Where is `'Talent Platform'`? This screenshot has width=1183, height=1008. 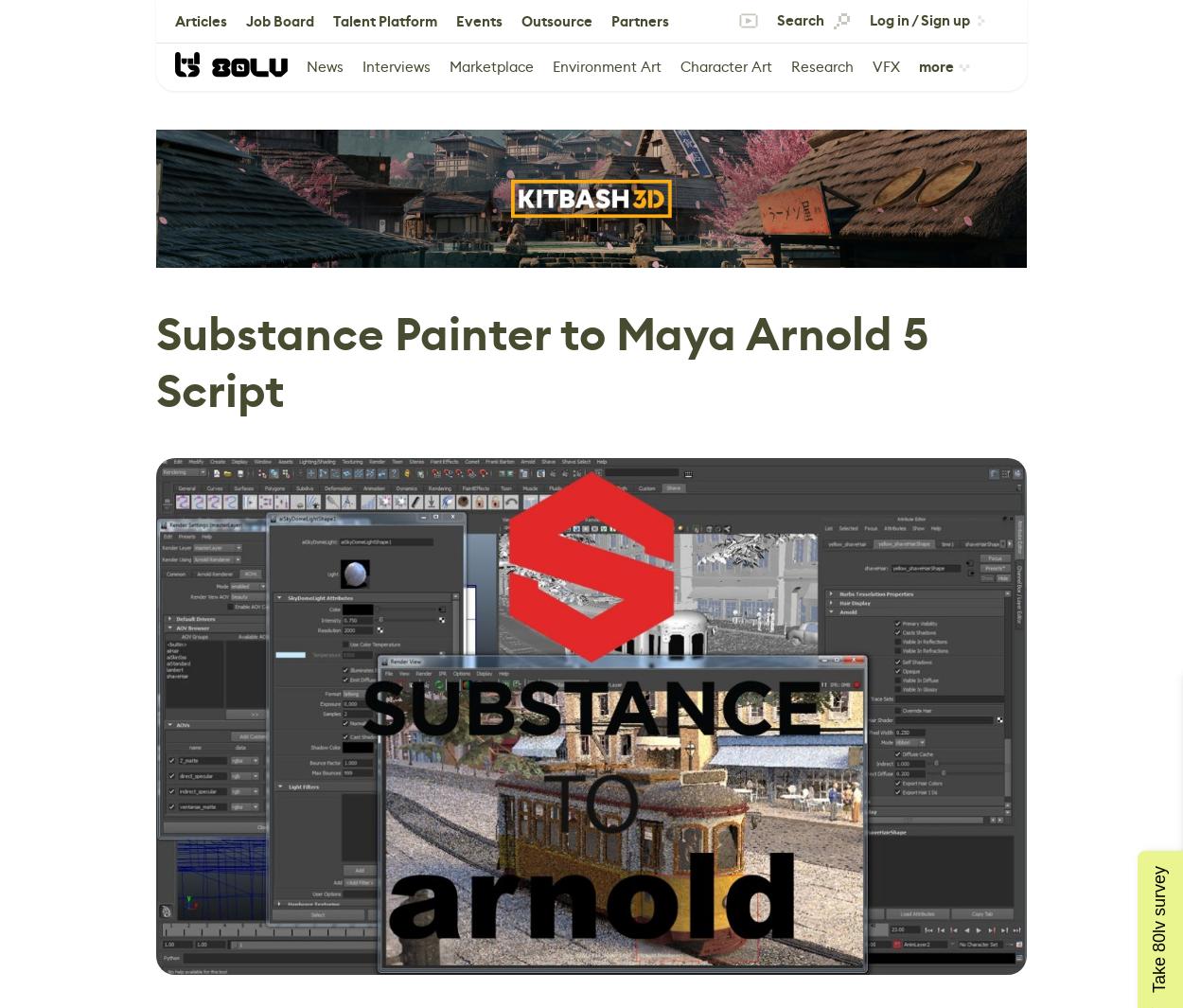 'Talent Platform' is located at coordinates (385, 20).